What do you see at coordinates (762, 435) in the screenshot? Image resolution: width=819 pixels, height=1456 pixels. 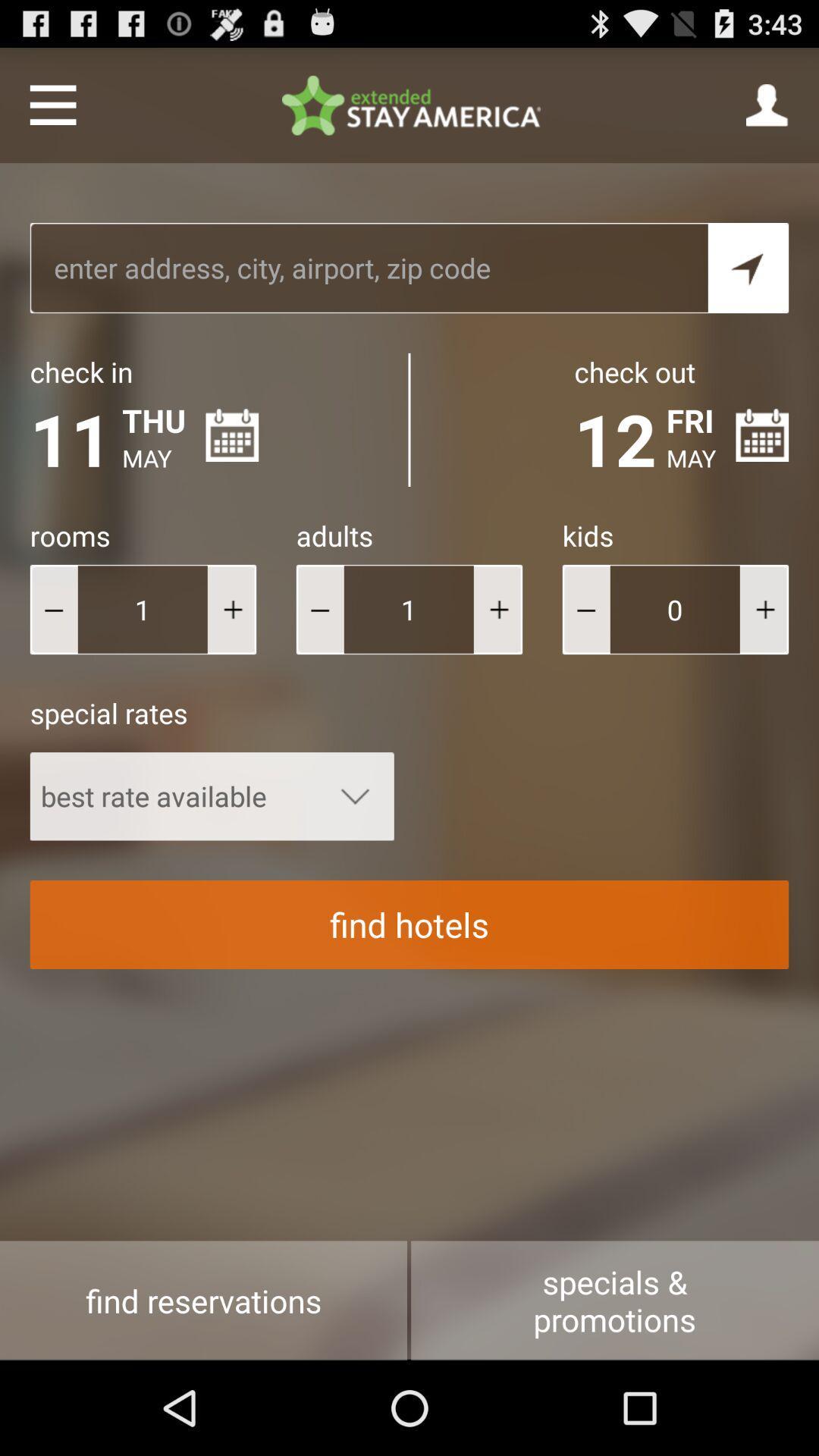 I see `show calendar` at bounding box center [762, 435].